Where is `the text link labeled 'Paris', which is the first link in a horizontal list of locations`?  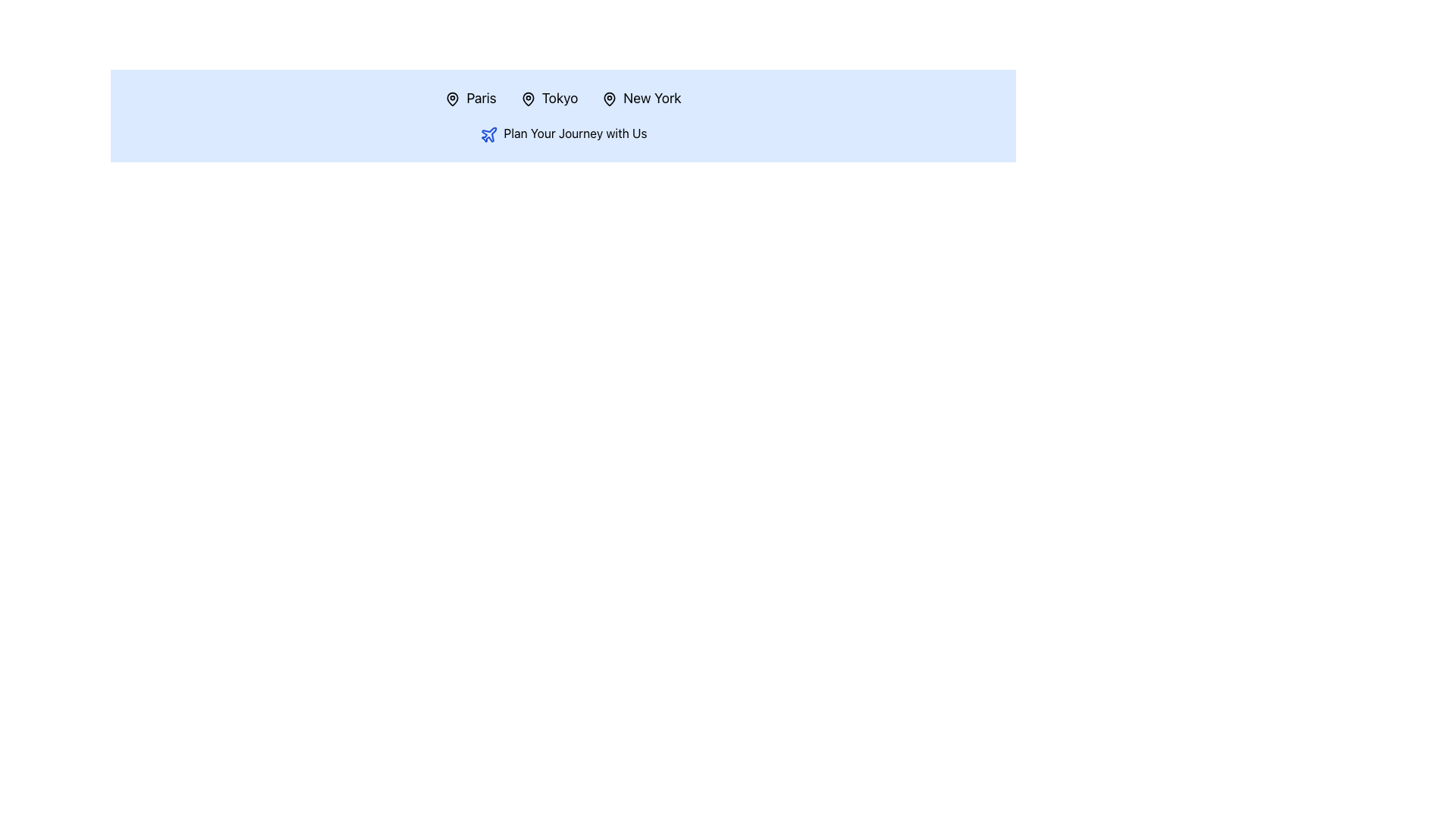 the text link labeled 'Paris', which is the first link in a horizontal list of locations is located at coordinates (469, 98).